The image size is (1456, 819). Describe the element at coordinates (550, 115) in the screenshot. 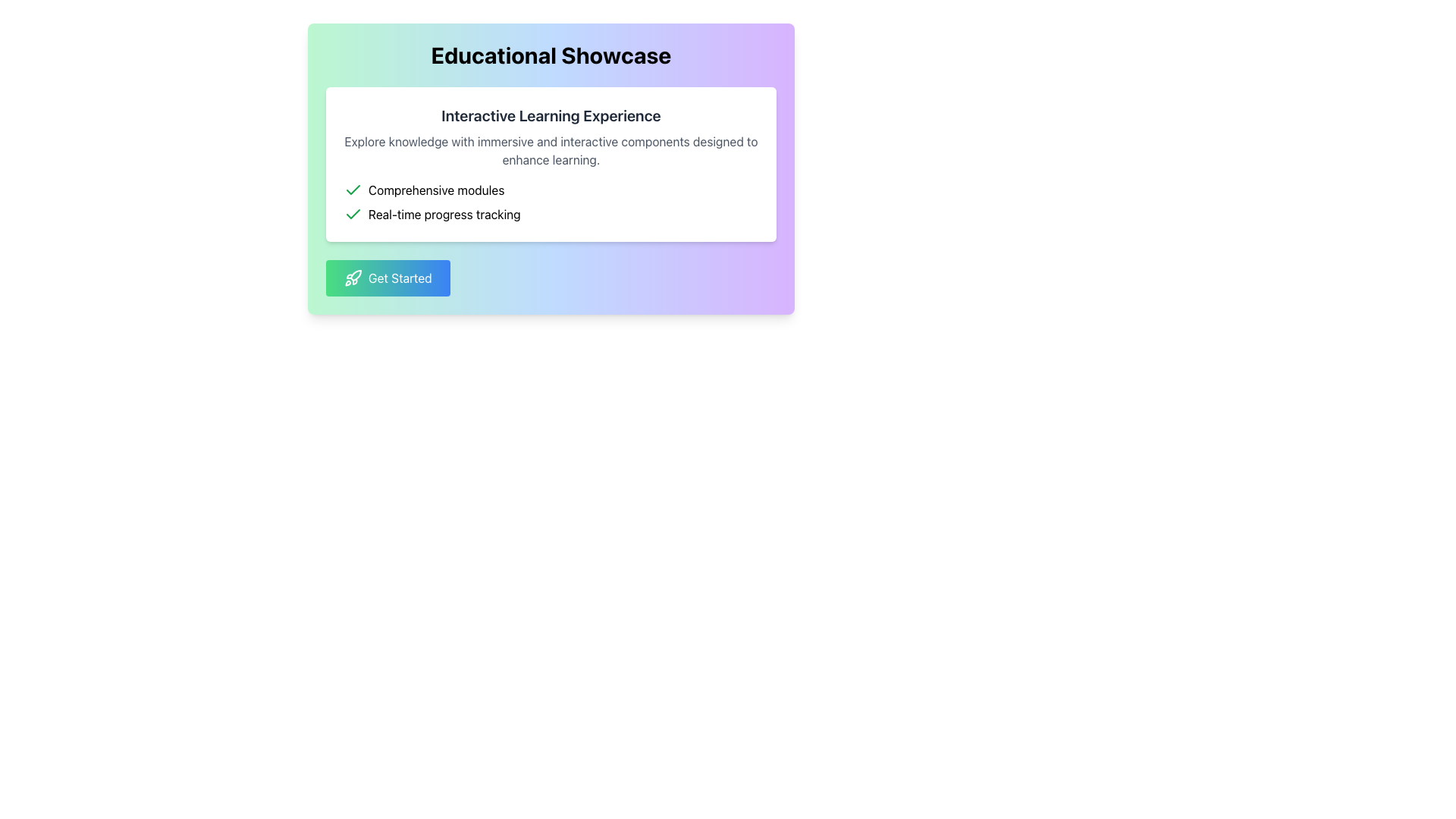

I see `the text label that says 'Interactive Learning Experience', which is styled in bold, large black font at the top of a white card background` at that location.